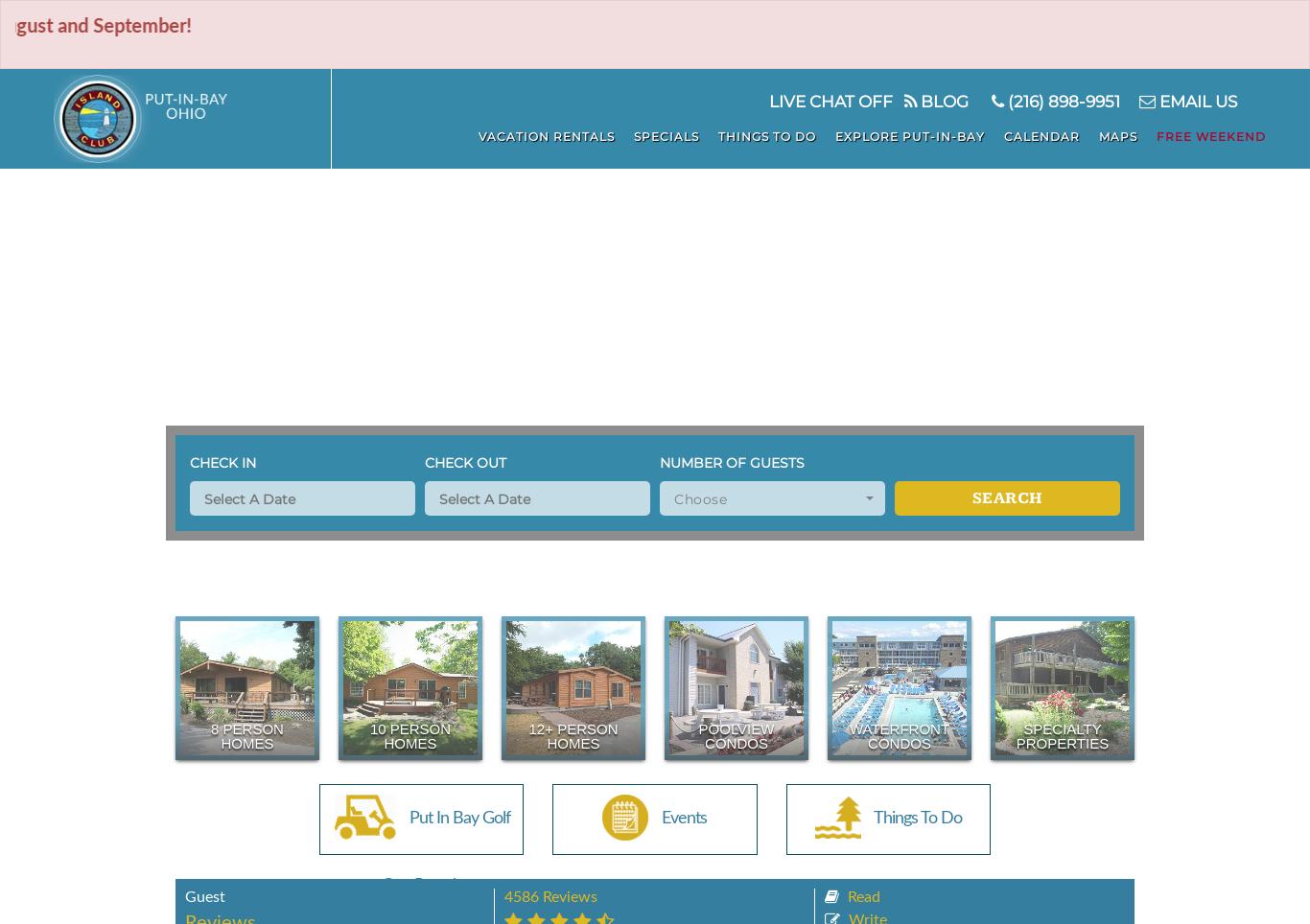 This screenshot has width=1310, height=924. I want to click on 'Email Us', so click(1196, 101).